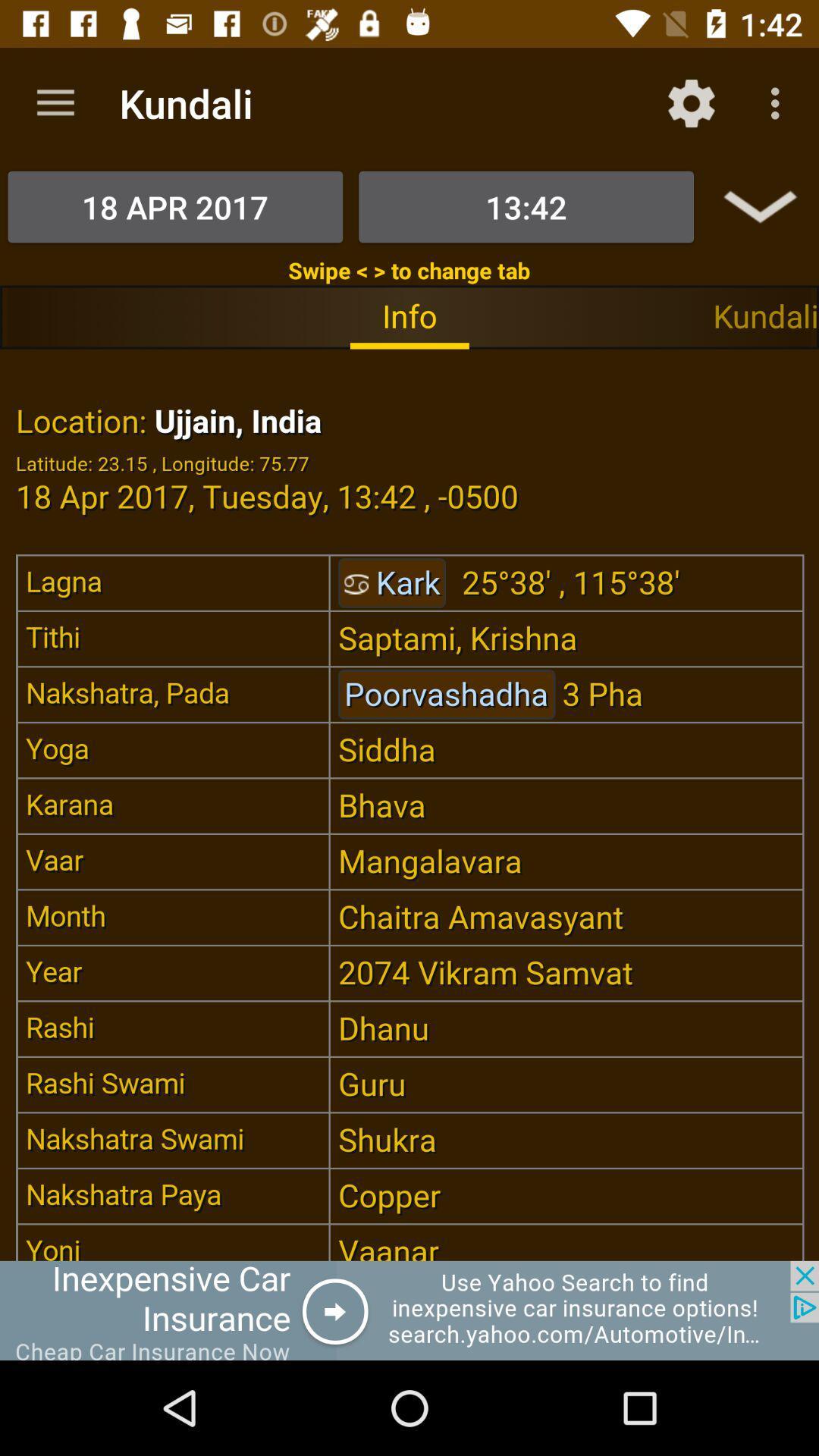  I want to click on pop-up advertisement, so click(409, 1310).